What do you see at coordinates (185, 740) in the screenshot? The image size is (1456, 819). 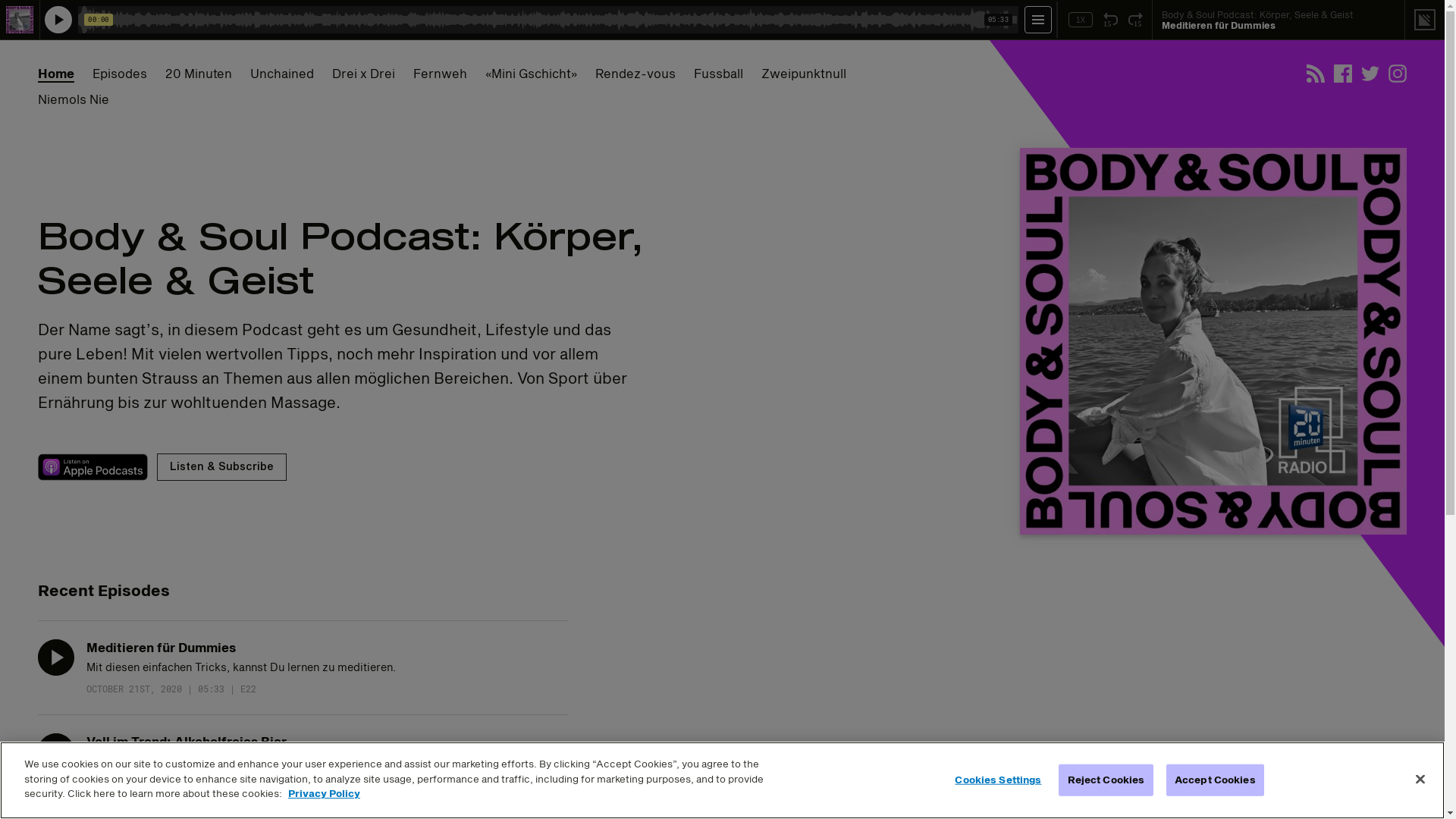 I see `'Voll im Trend: Alkoholfreies Bier'` at bounding box center [185, 740].